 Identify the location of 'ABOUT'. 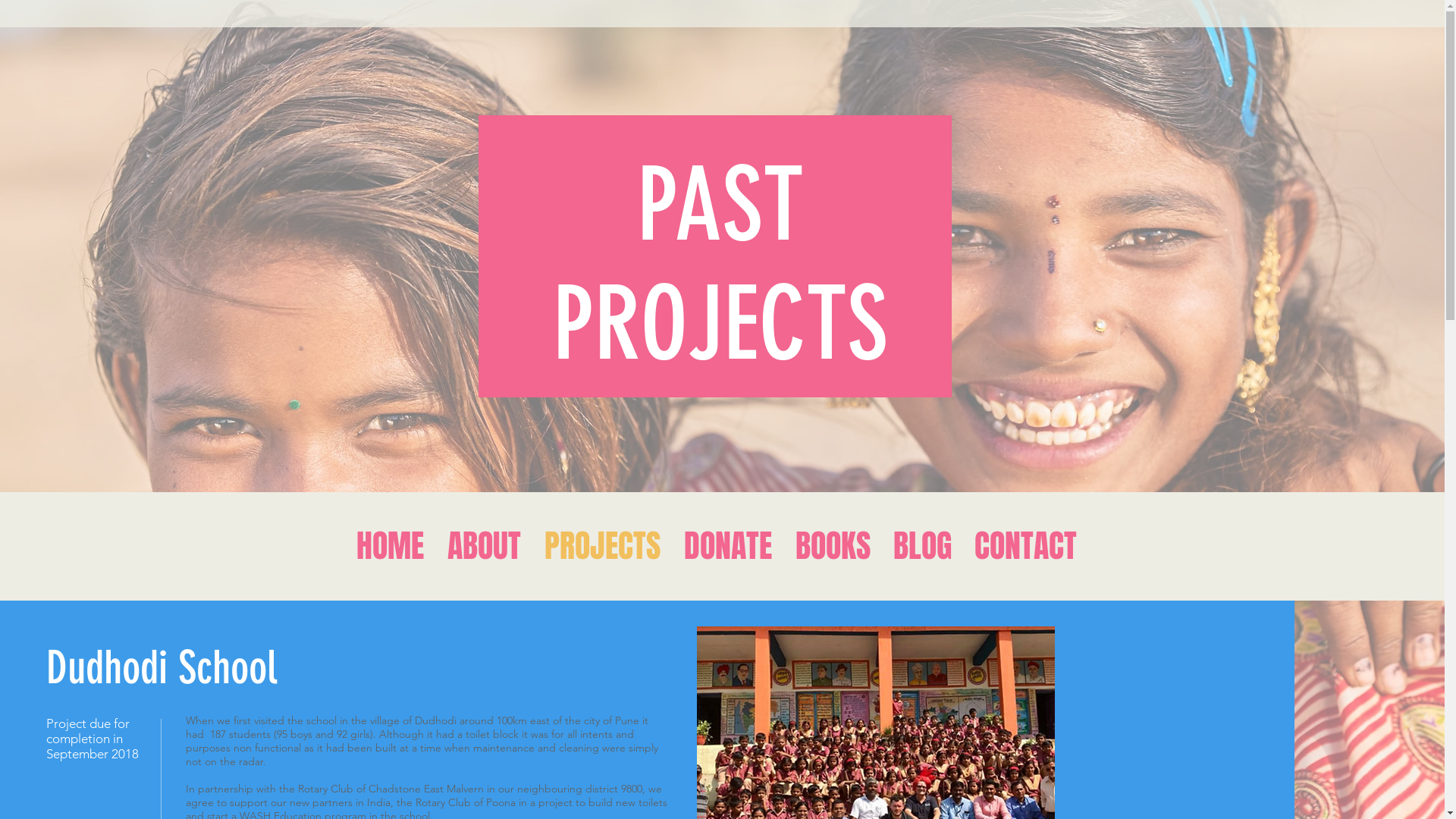
(435, 546).